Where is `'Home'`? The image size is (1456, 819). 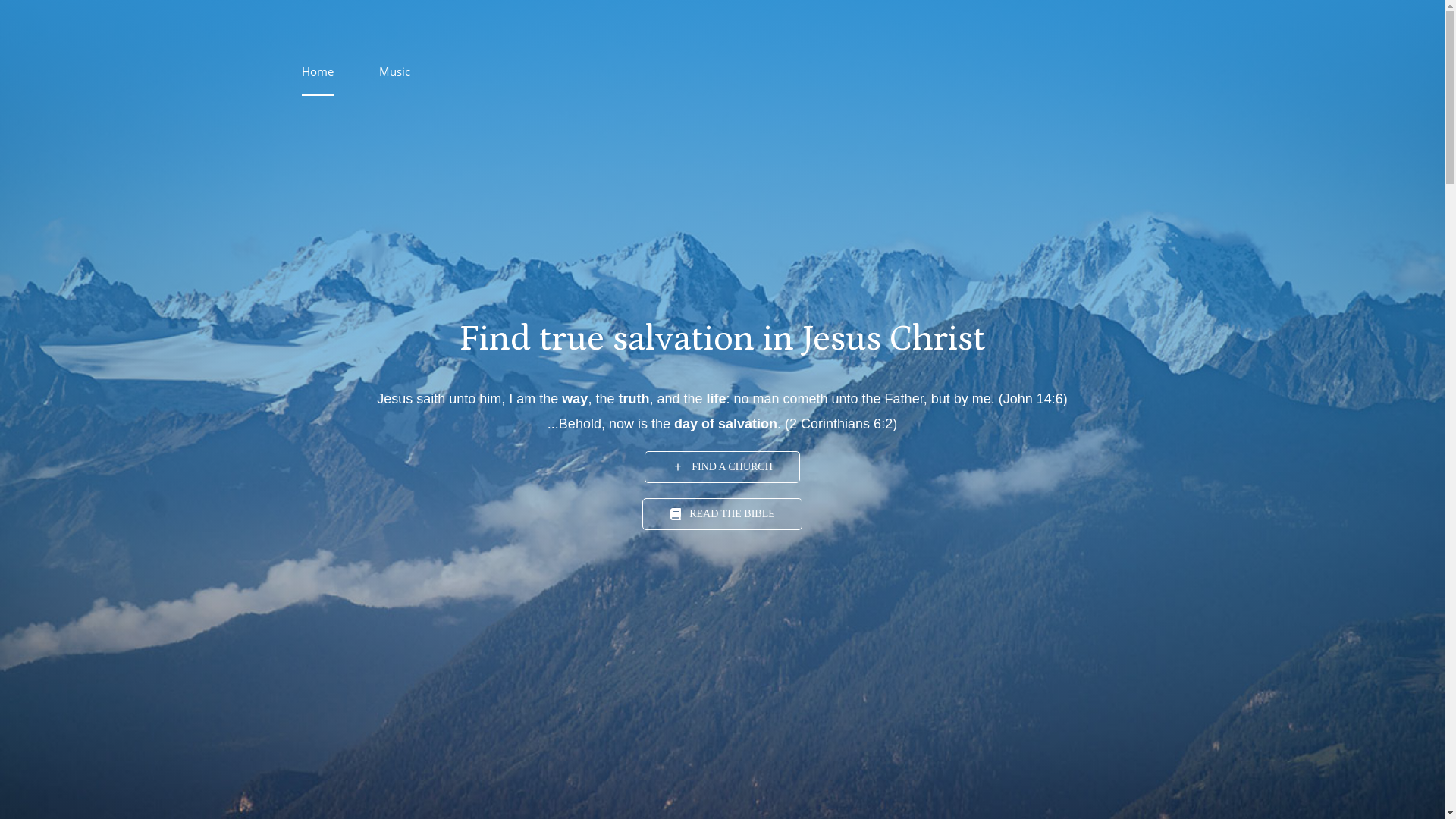 'Home' is located at coordinates (316, 71).